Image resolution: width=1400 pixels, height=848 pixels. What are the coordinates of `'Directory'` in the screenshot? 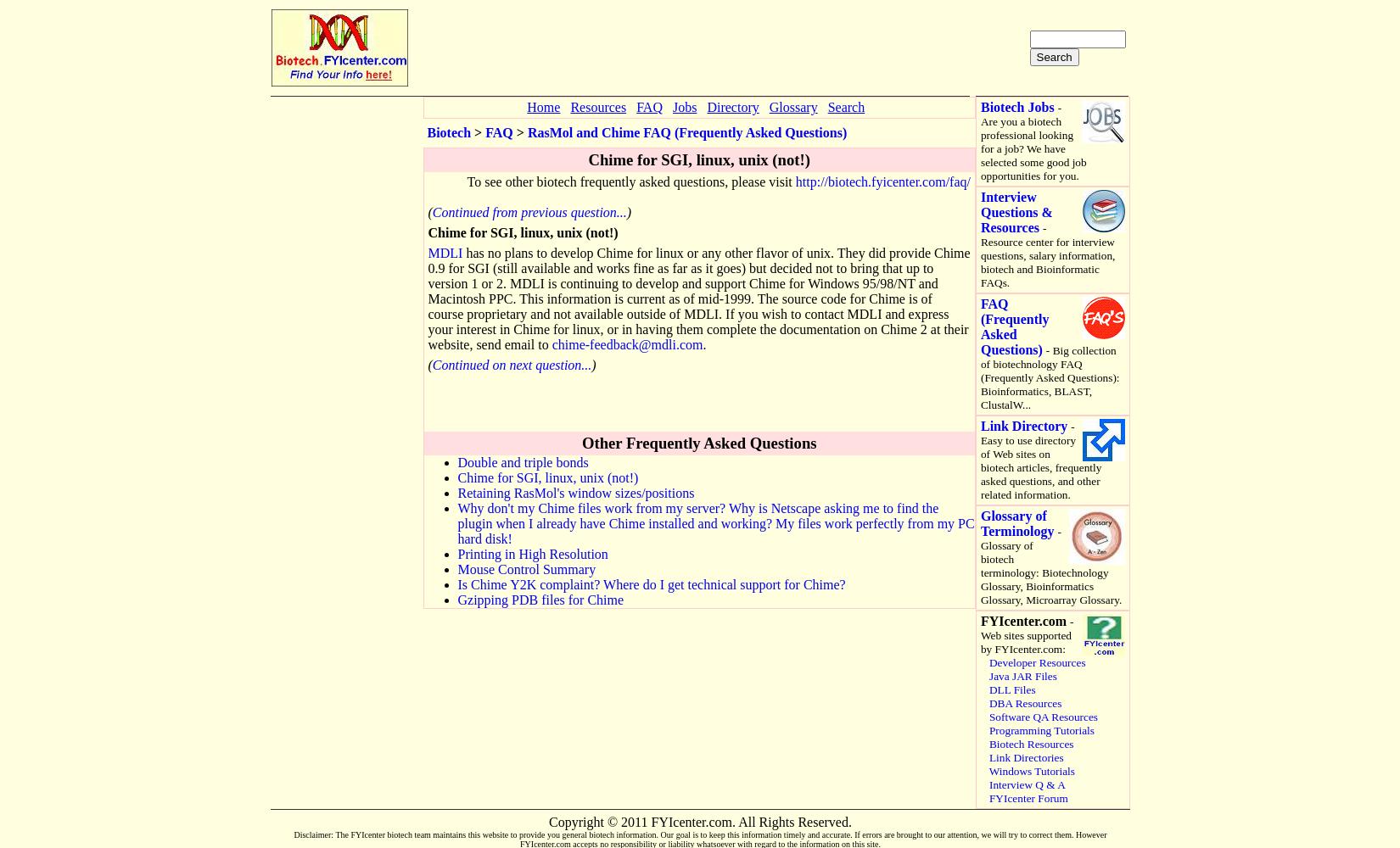 It's located at (732, 107).